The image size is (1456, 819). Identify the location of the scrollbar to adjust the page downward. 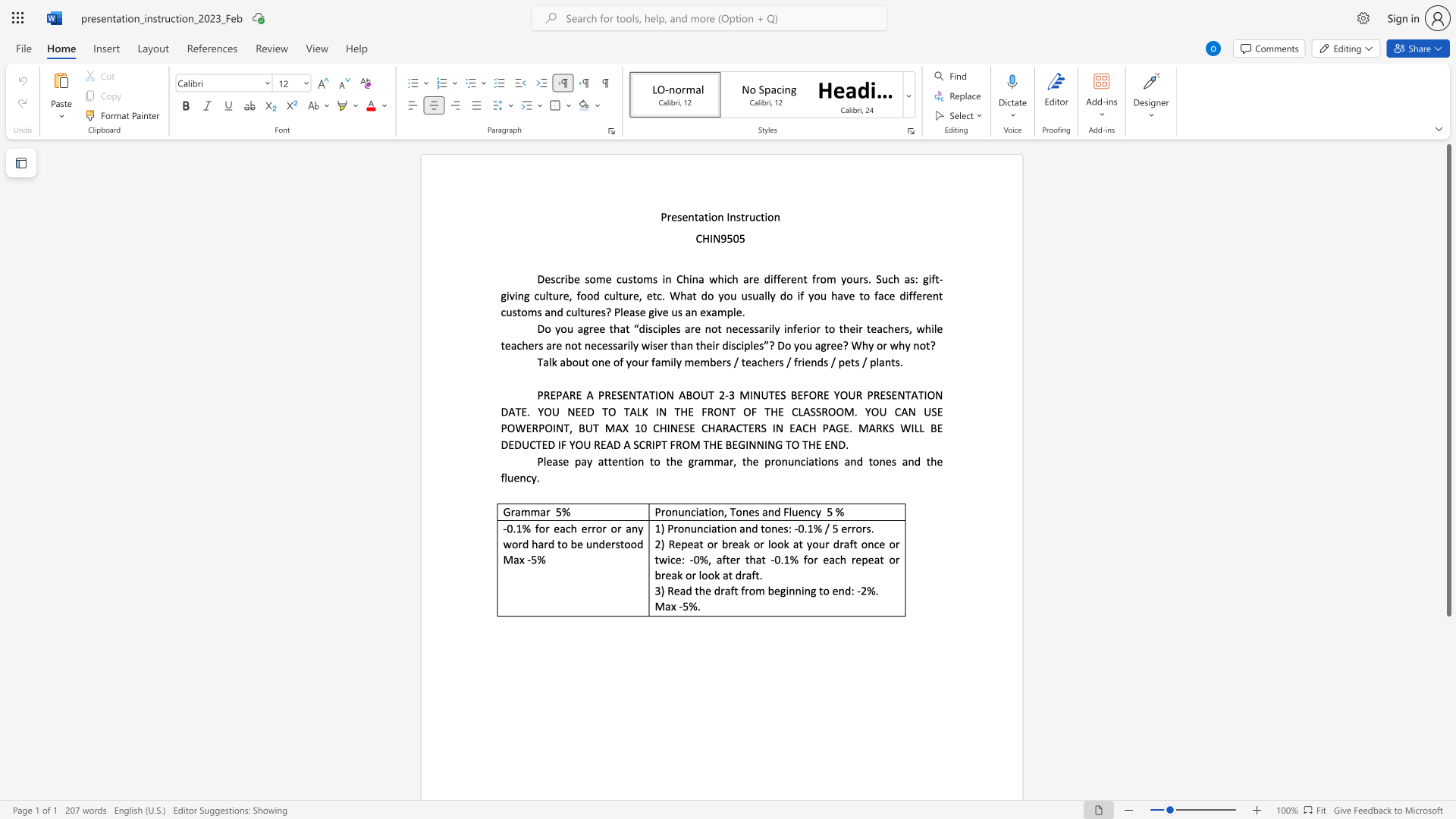
(1448, 742).